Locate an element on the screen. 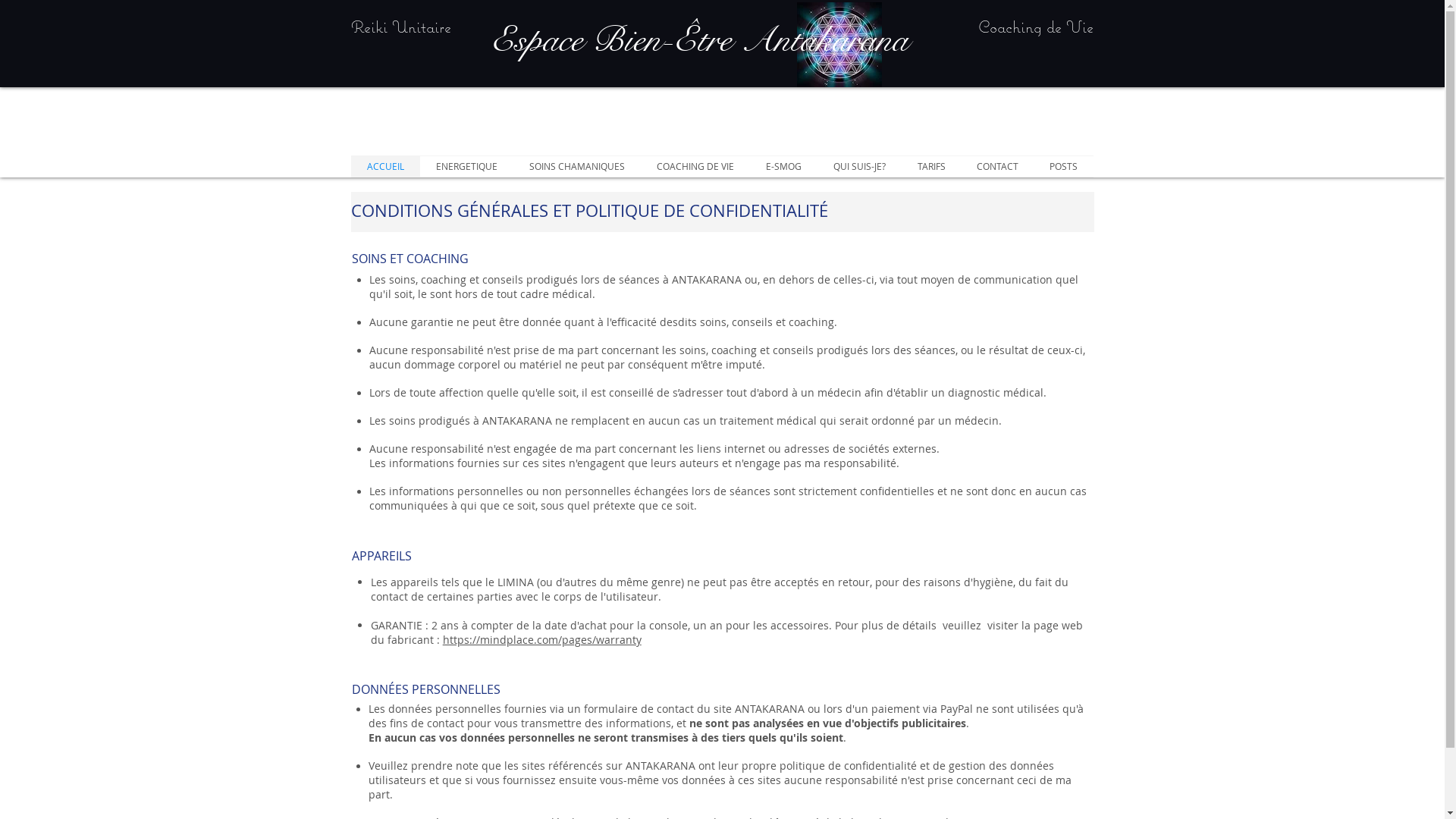 The height and width of the screenshot is (819, 1456). 'SOINS CHAMANIQUES' is located at coordinates (575, 166).